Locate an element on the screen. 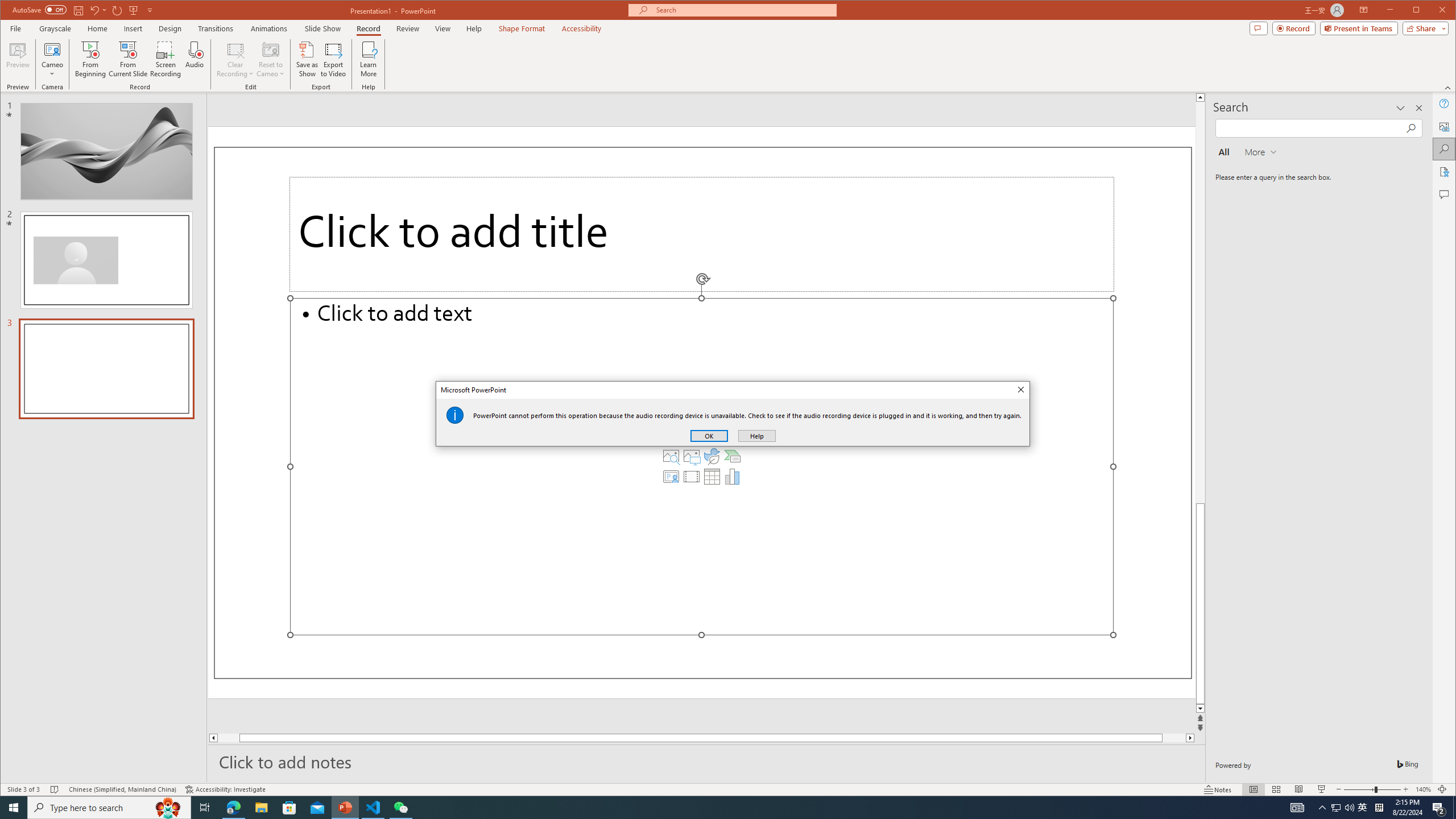 The width and height of the screenshot is (1456, 819). 'Reset to Cameo' is located at coordinates (269, 59).